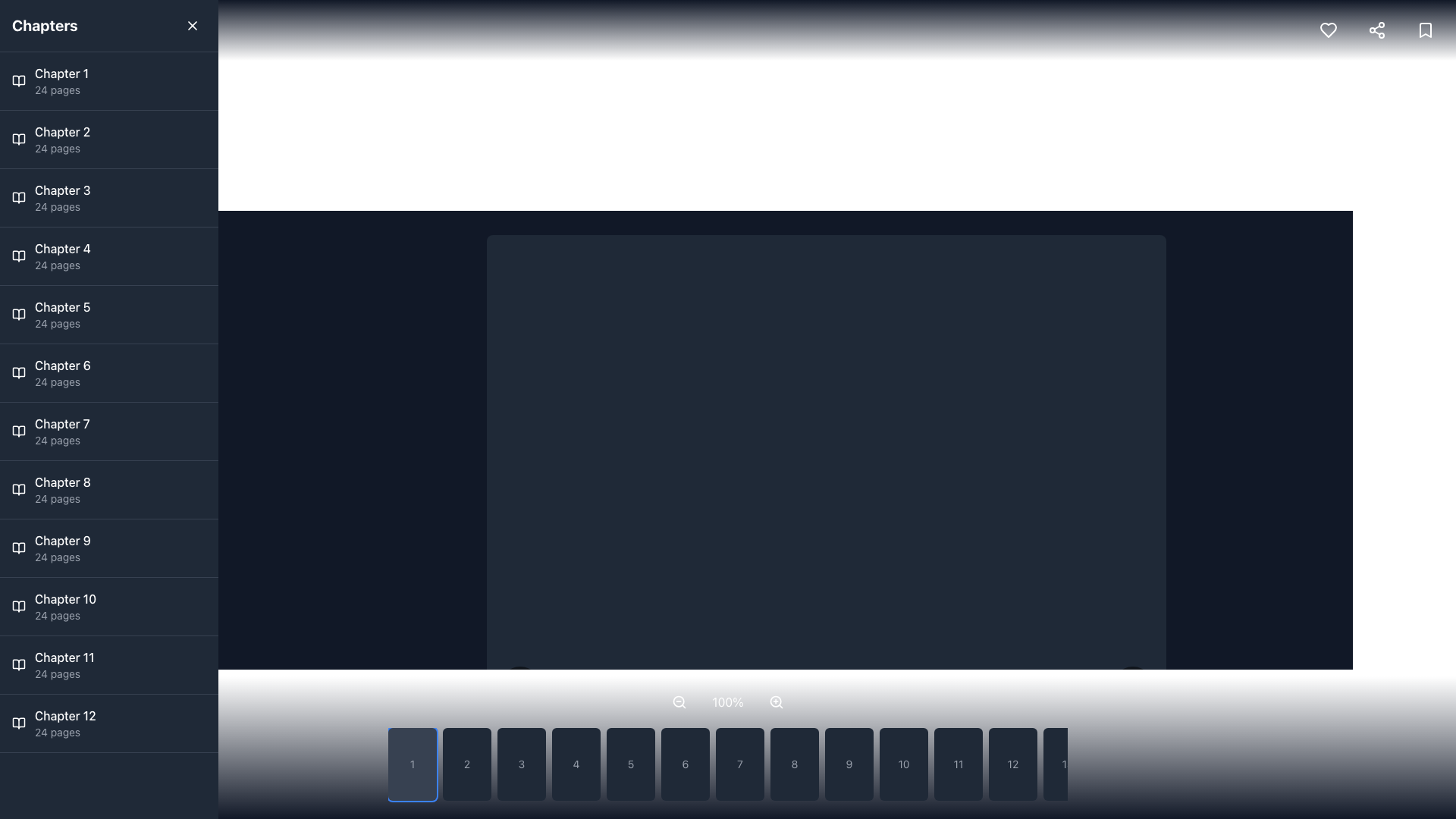  Describe the element at coordinates (192, 26) in the screenshot. I see `the close button located in the top-right corner of the 'Chapters' header section` at that location.